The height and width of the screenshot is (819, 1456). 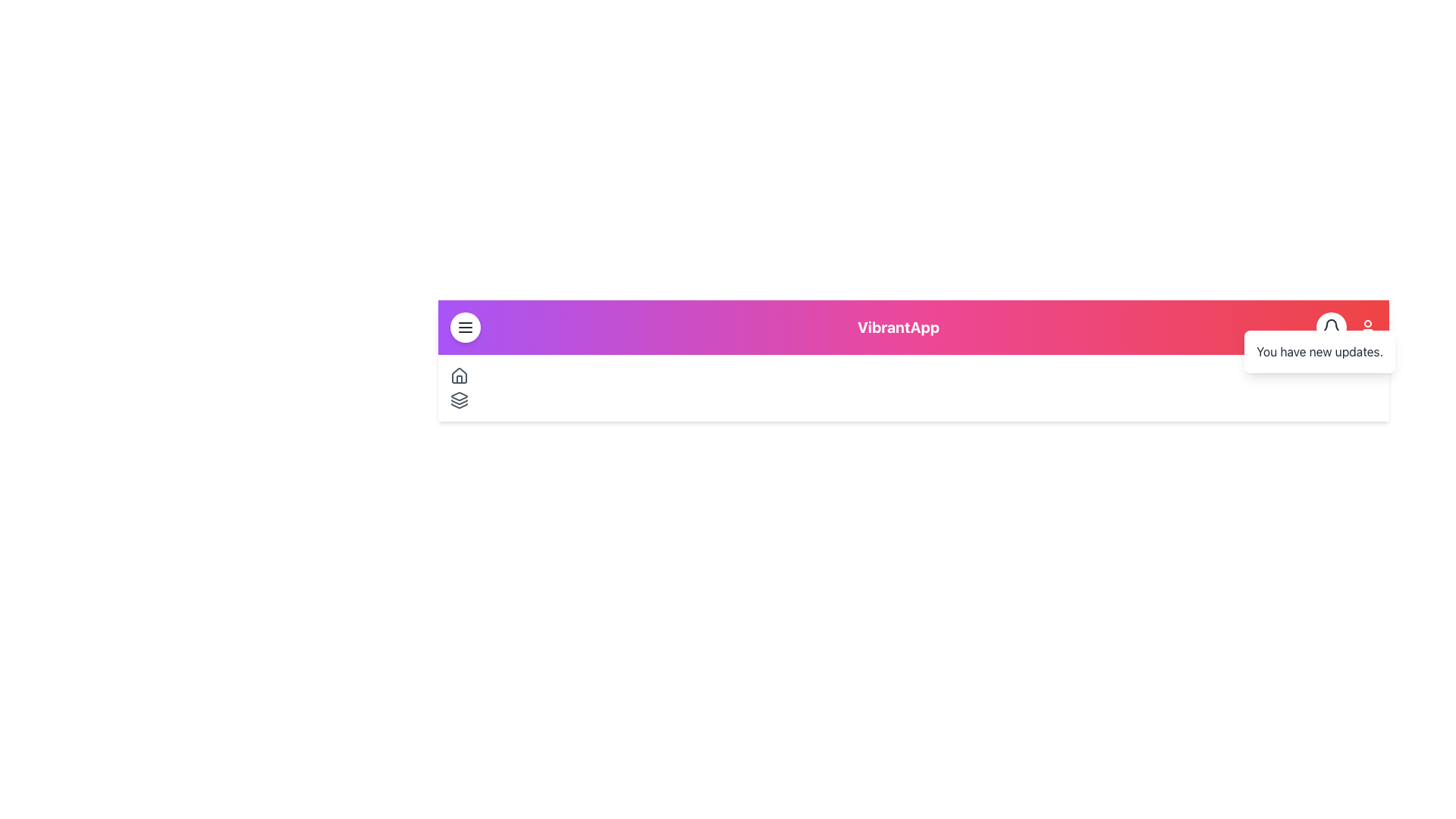 I want to click on the user profile button located in the top-right corner of the interface, so click(x=1368, y=327).